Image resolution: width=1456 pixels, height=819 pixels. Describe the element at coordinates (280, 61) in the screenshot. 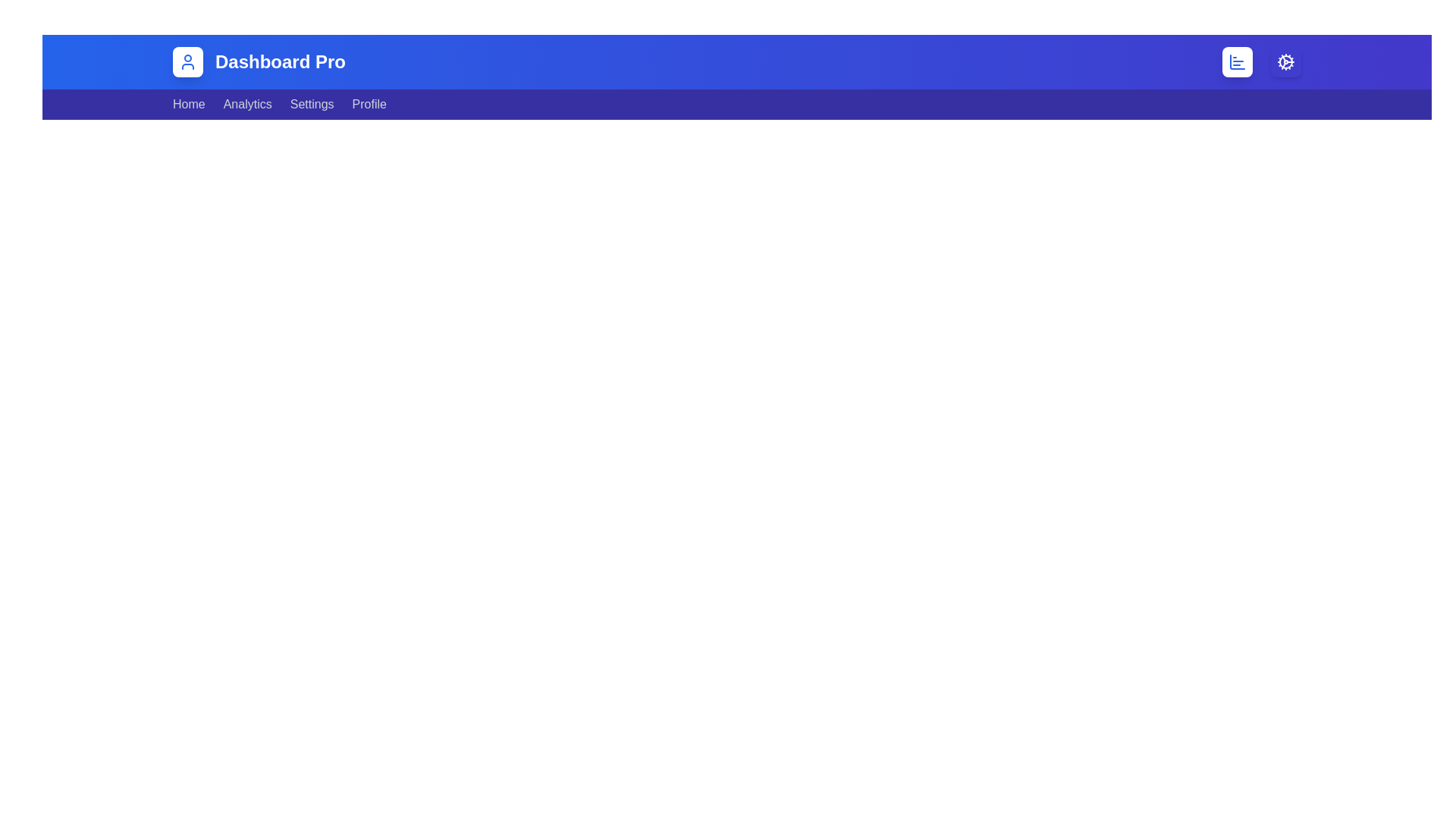

I see `the 'Dashboard Pro' title to interact with it` at that location.